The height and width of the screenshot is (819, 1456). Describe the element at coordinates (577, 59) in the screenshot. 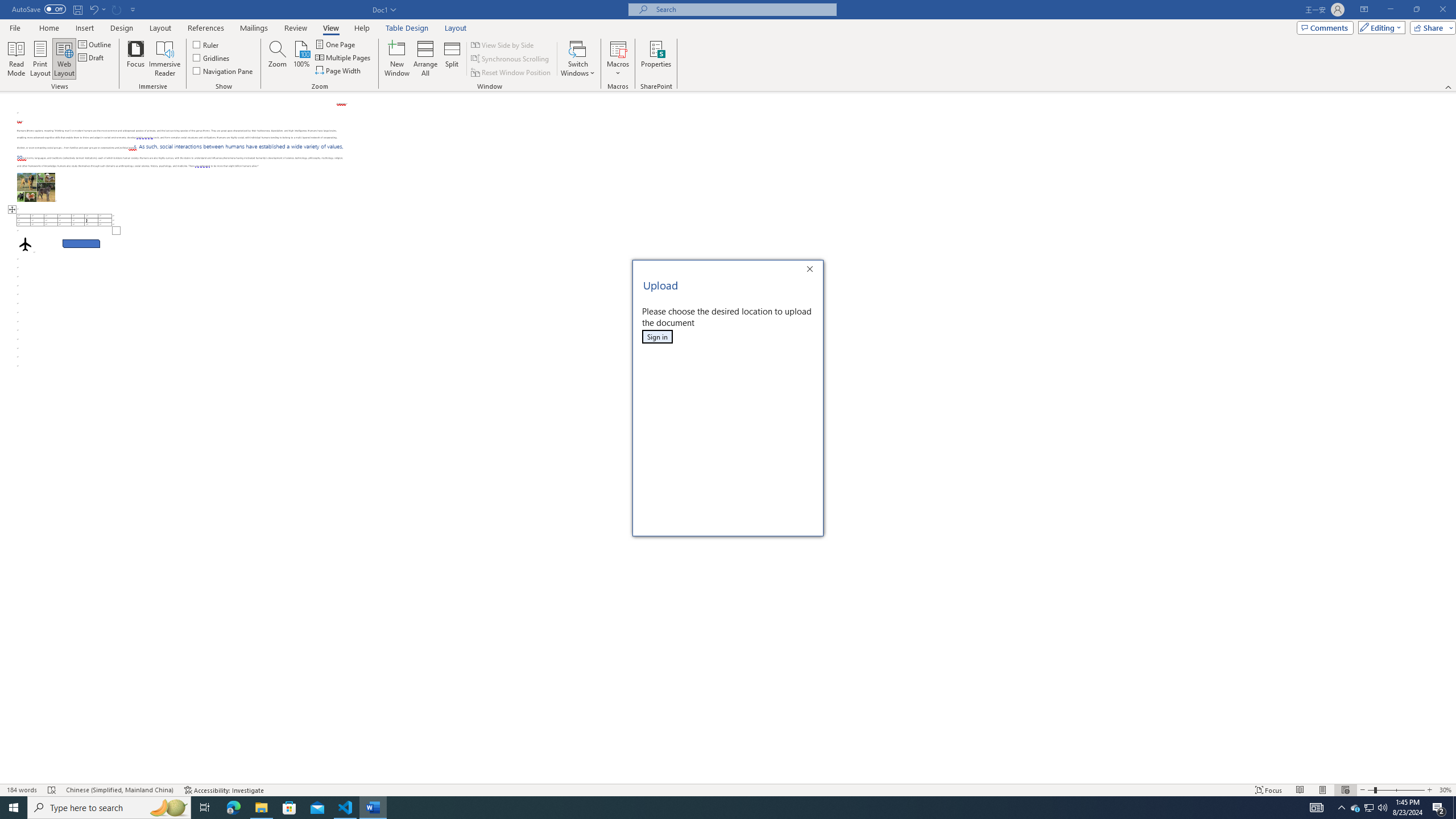

I see `'Switch Windows'` at that location.